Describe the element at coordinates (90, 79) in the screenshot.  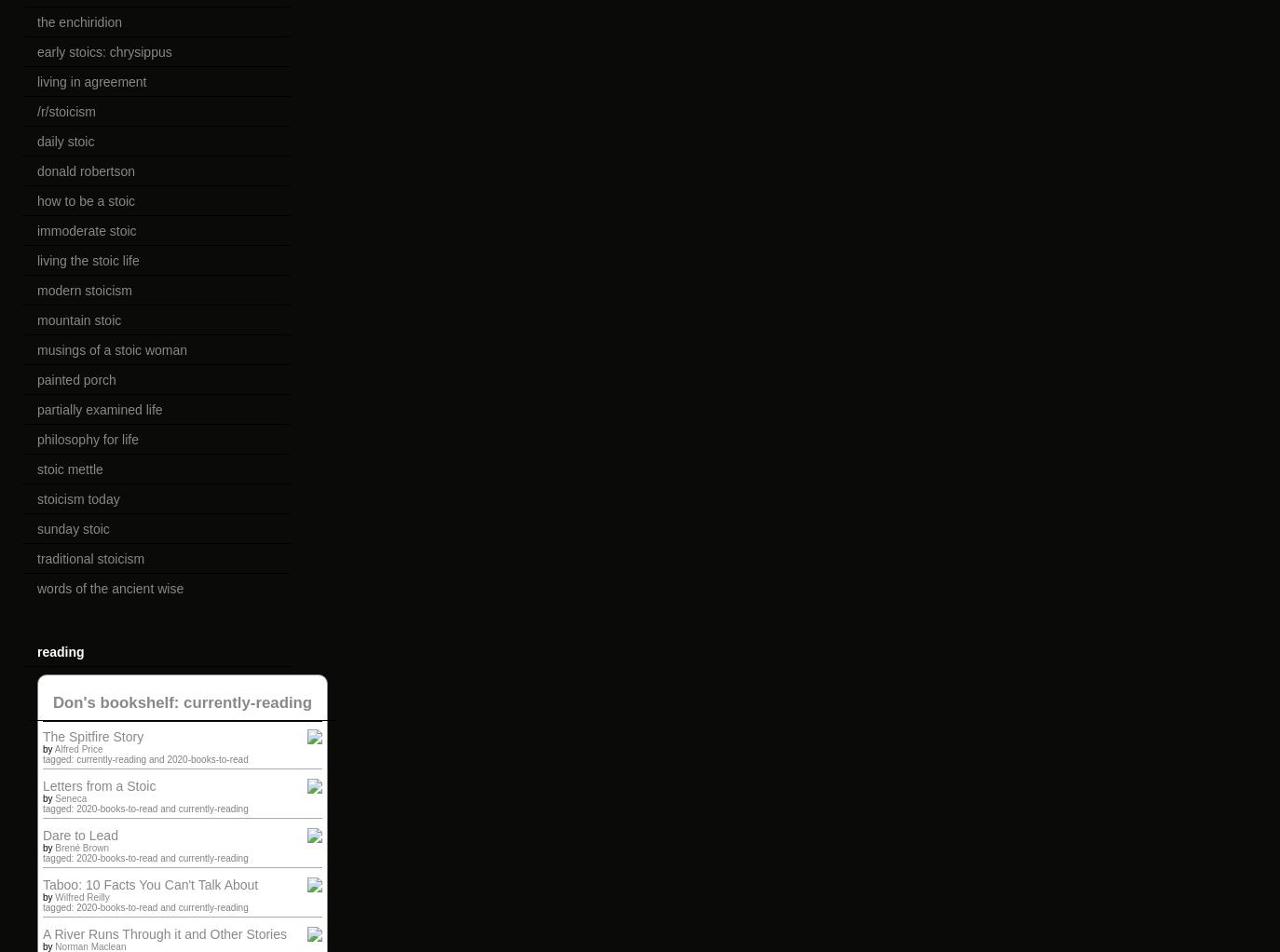
I see `'living in agreement'` at that location.